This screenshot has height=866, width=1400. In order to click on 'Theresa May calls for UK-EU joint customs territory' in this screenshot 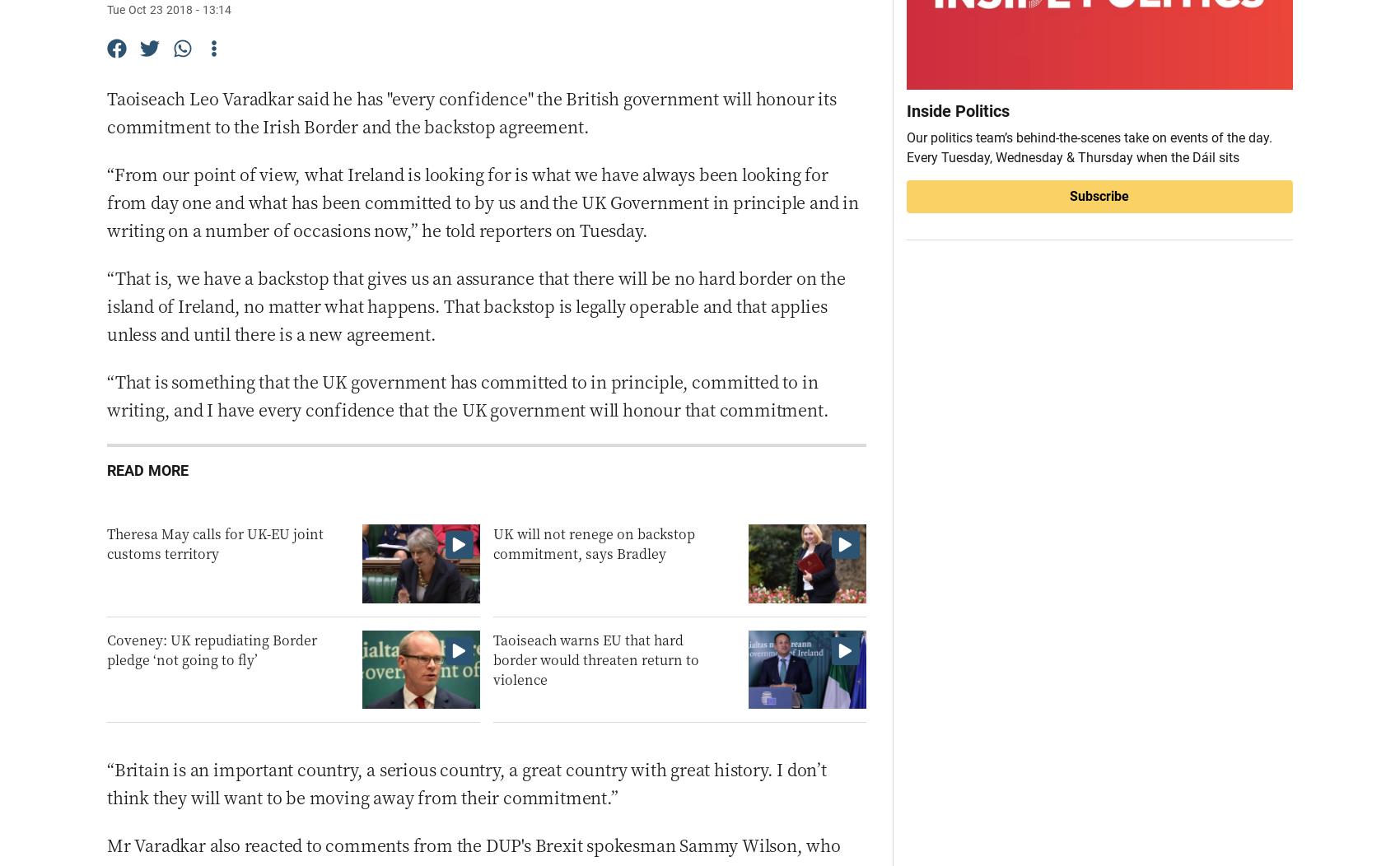, I will do `click(106, 542)`.